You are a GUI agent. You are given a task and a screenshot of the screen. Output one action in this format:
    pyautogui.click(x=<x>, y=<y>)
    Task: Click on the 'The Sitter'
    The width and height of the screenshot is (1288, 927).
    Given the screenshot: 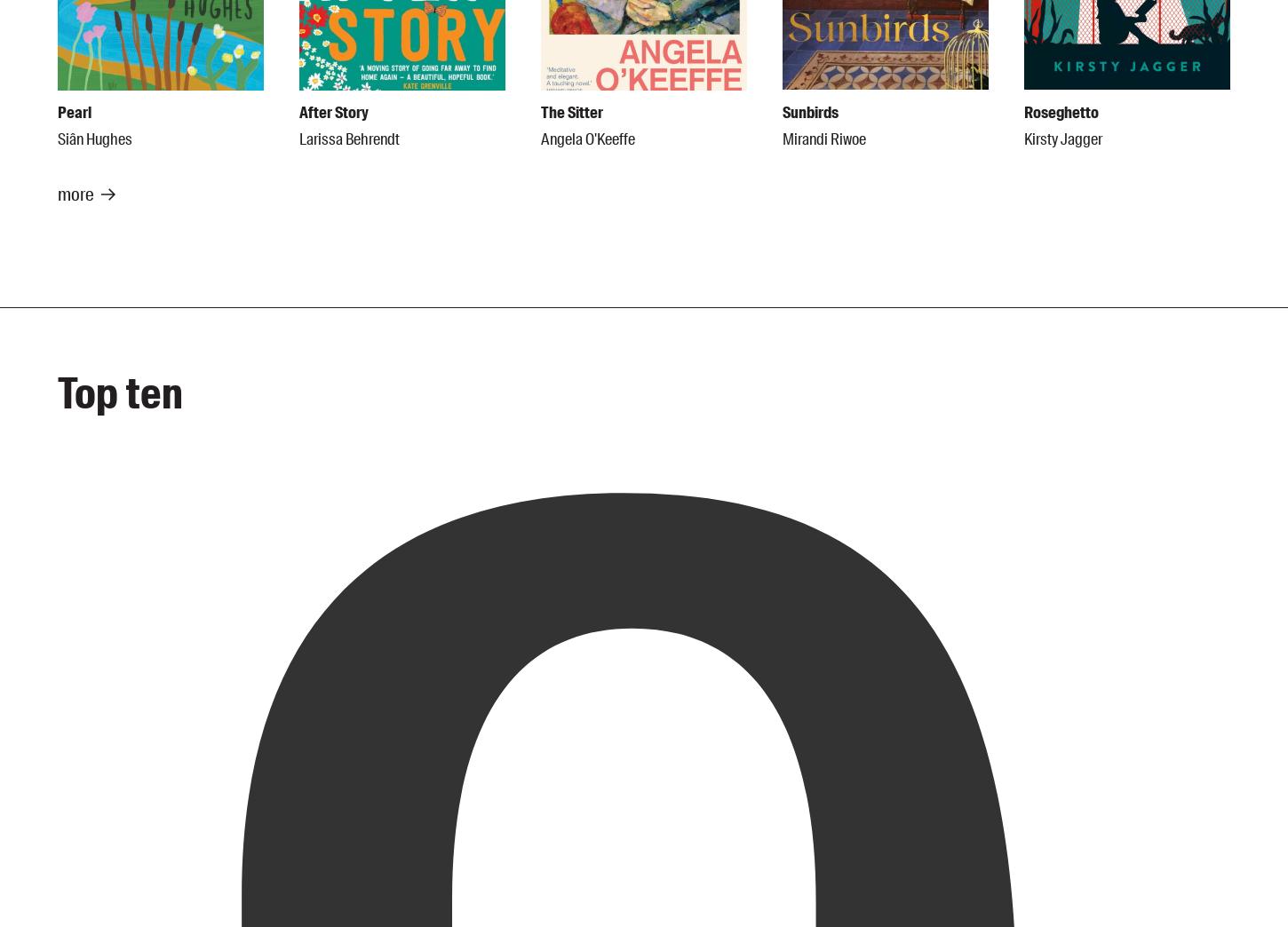 What is the action you would take?
    pyautogui.click(x=570, y=112)
    